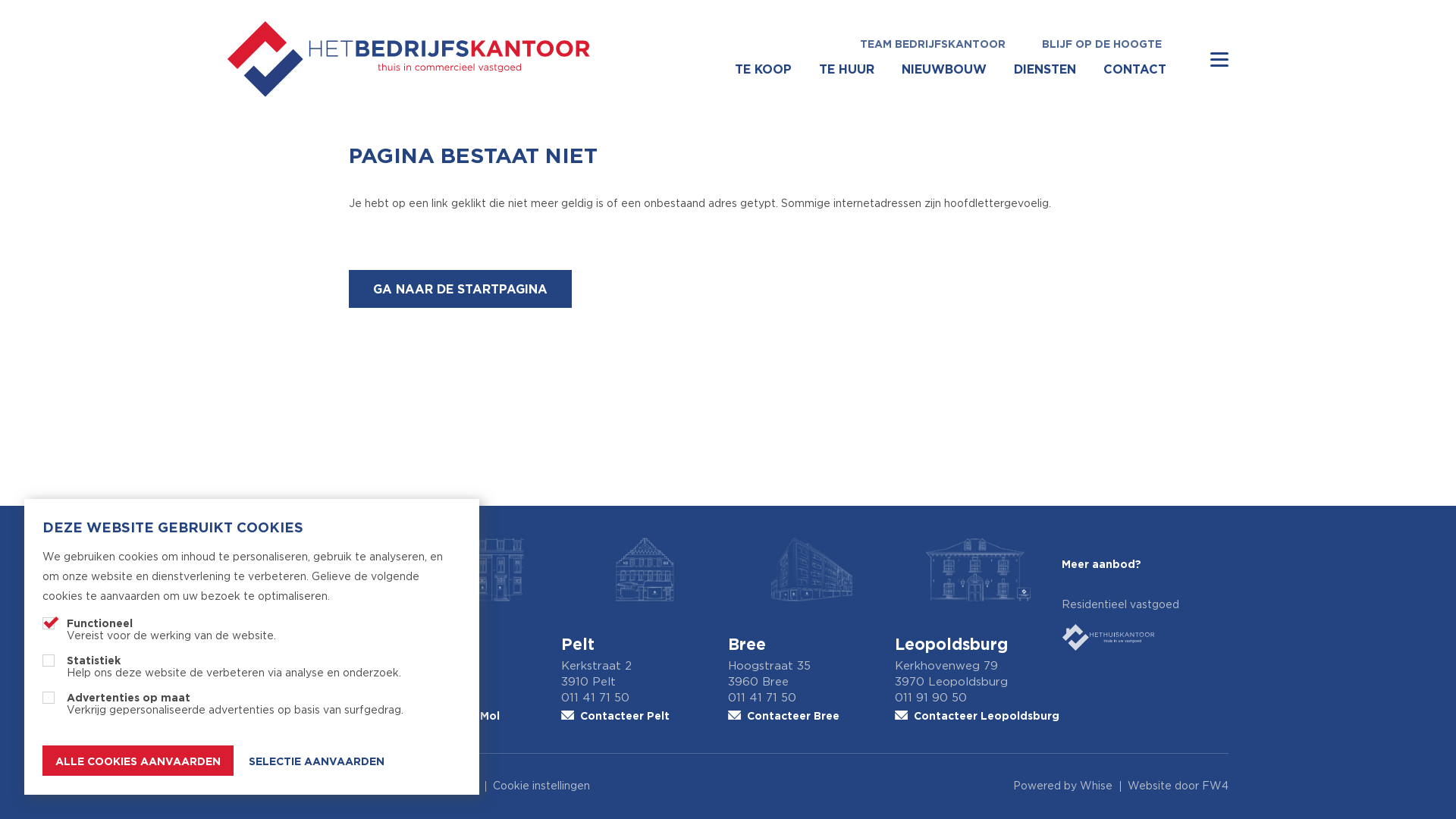 This screenshot has width=1456, height=819. Describe the element at coordinates (1177, 786) in the screenshot. I see `'Website door FW4'` at that location.